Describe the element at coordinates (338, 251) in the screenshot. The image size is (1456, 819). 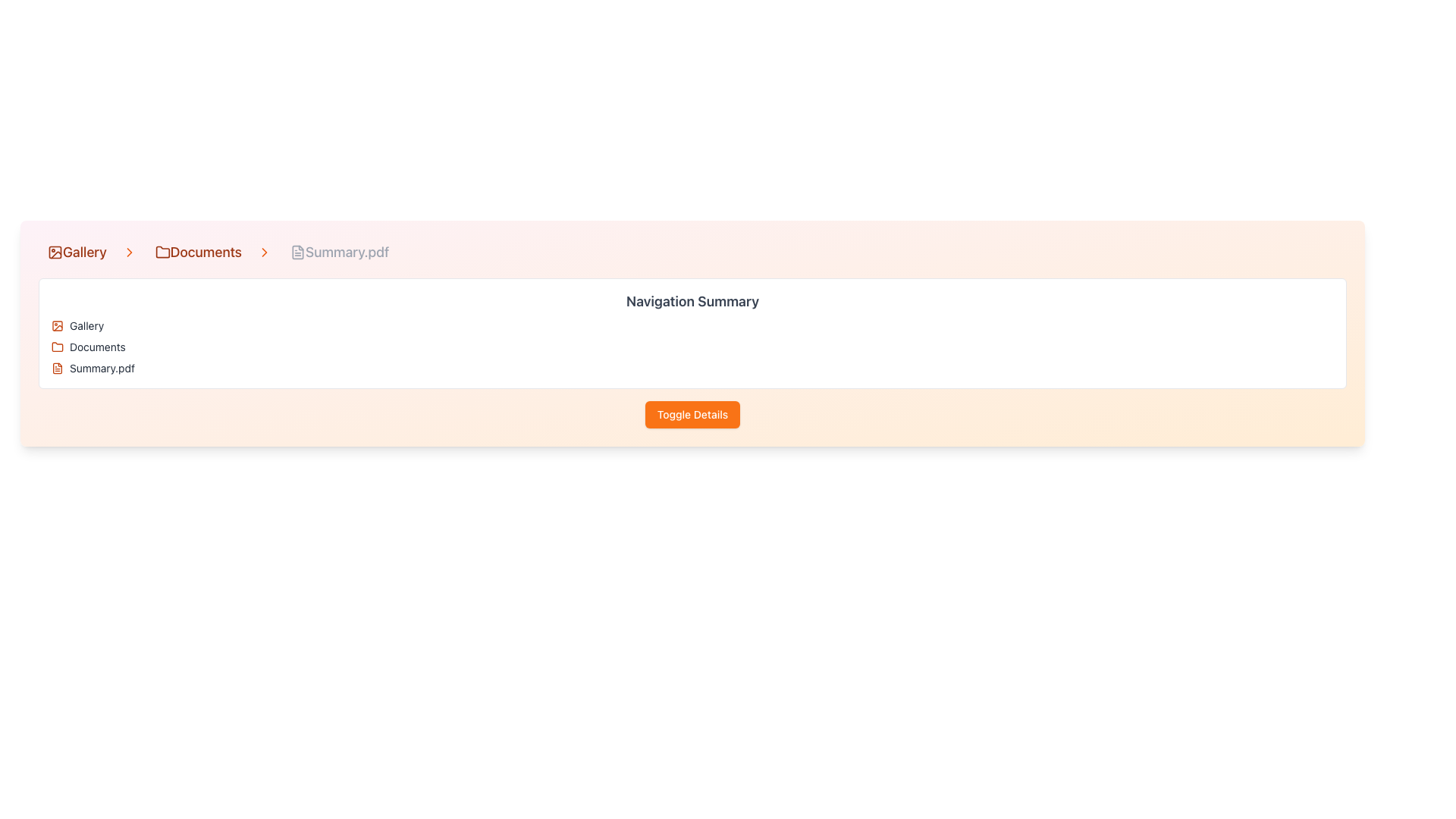
I see `the 'Summary.pdf' Breadcrumb link located in the top navigation breadcrumb bar` at that location.